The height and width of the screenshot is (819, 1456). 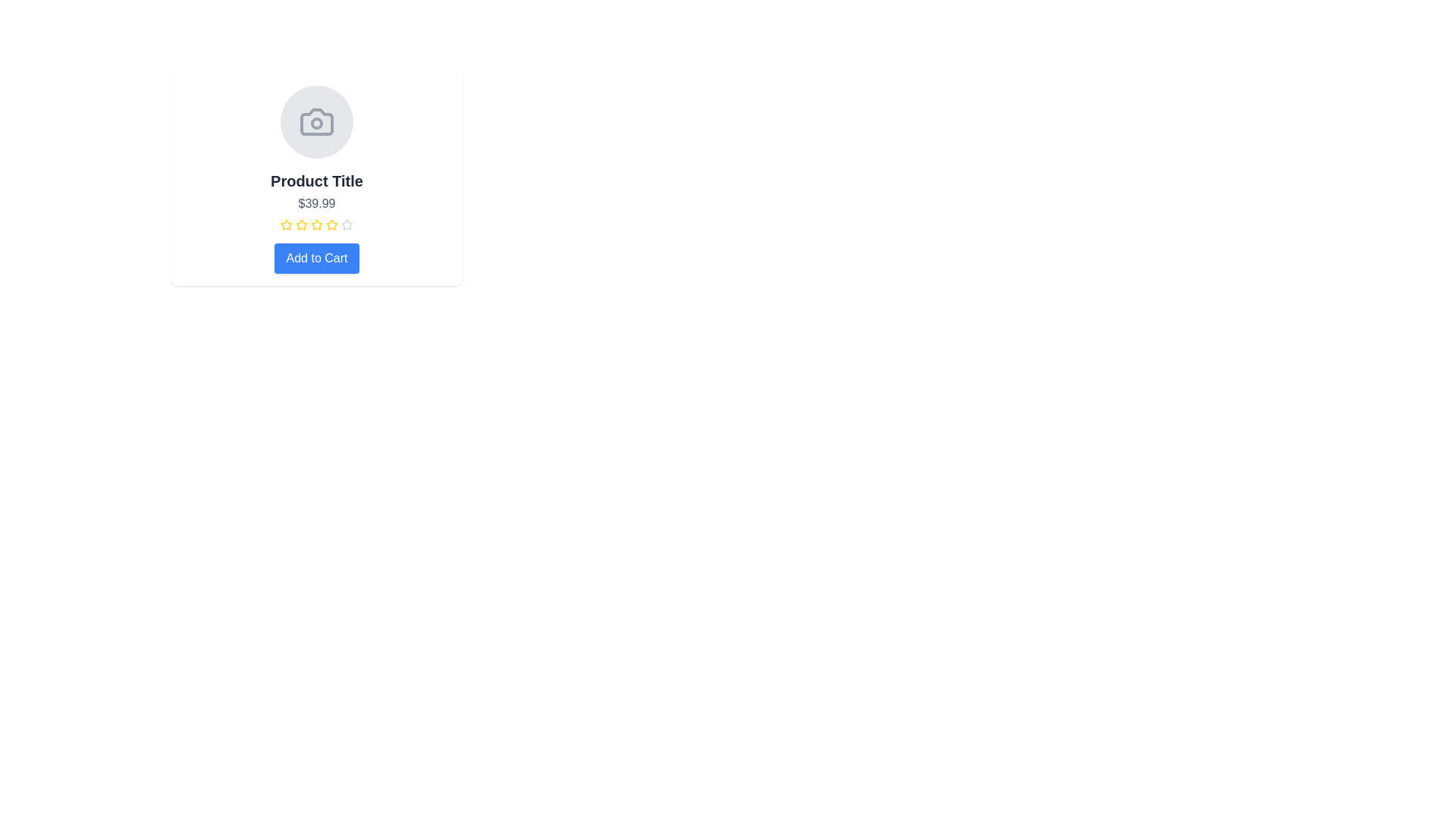 What do you see at coordinates (287, 225) in the screenshot?
I see `the first interactive star icon in the rating scale` at bounding box center [287, 225].